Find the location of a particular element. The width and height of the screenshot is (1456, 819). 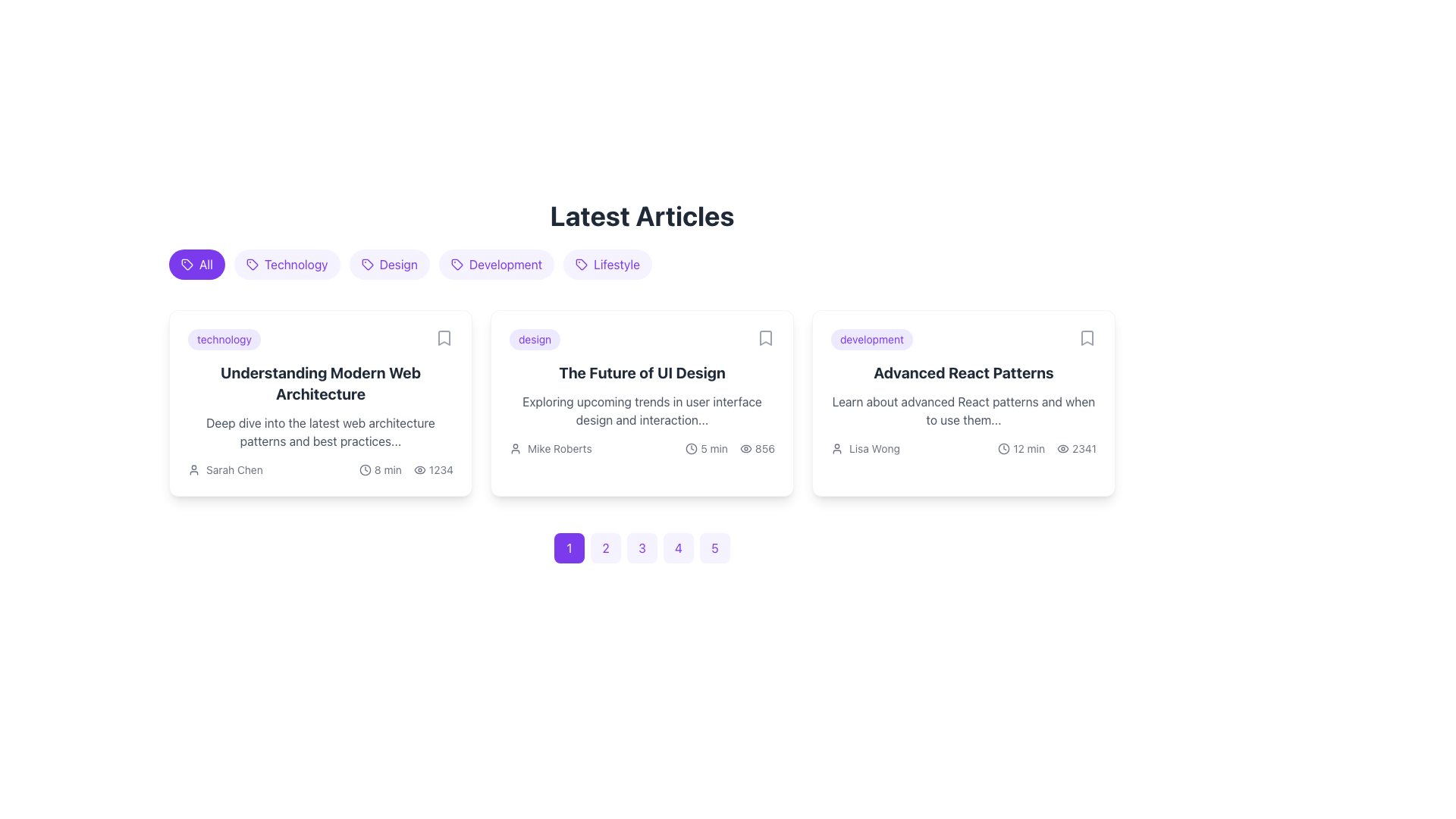

the 'Development' category tag, which is the fourth tag in a row of category labels beneath the 'Latest Articles' title is located at coordinates (506, 263).